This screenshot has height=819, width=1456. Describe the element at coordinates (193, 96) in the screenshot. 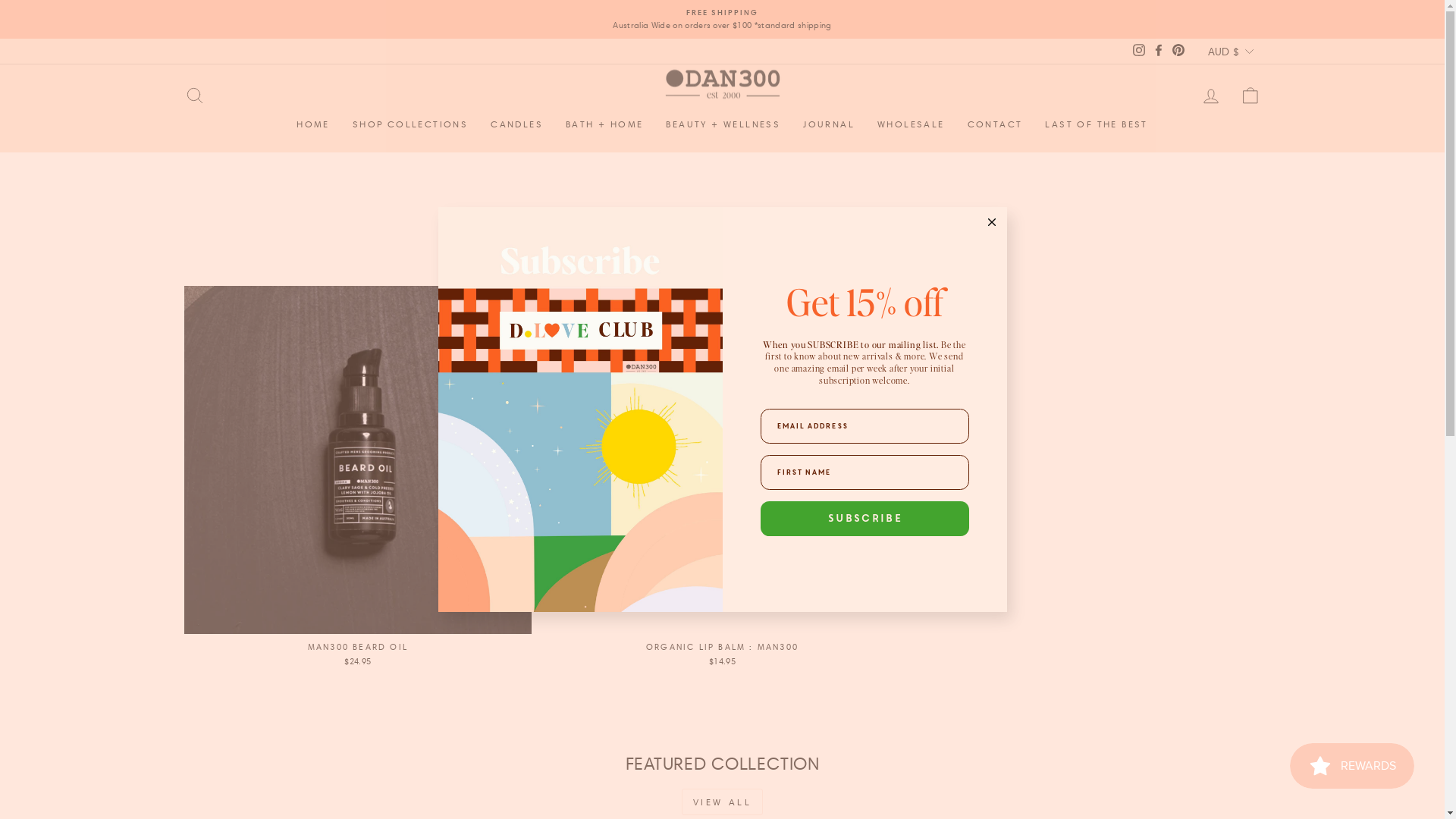

I see `'SEARCH'` at that location.